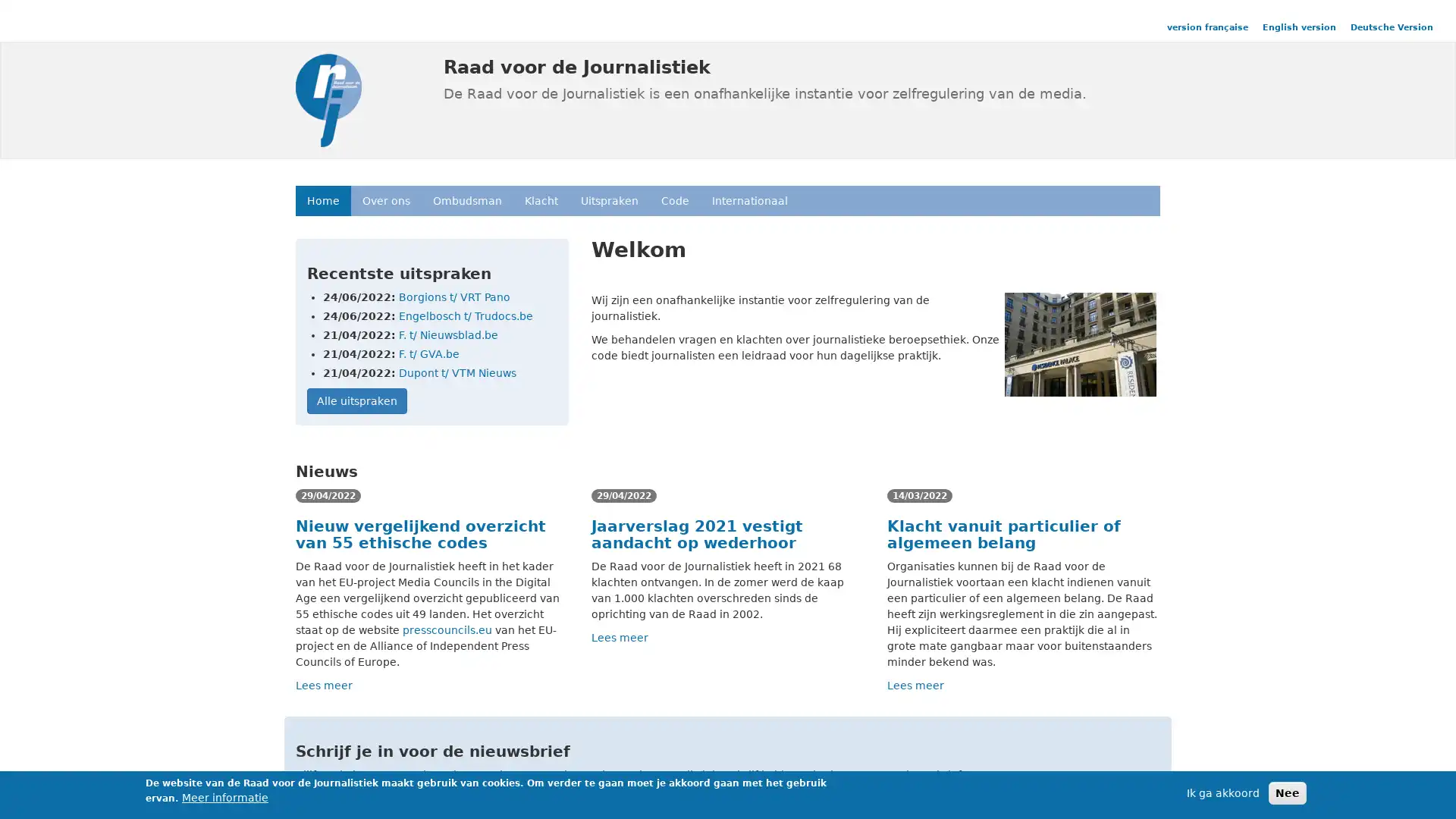 The width and height of the screenshot is (1456, 819). I want to click on Nee, so click(1287, 792).